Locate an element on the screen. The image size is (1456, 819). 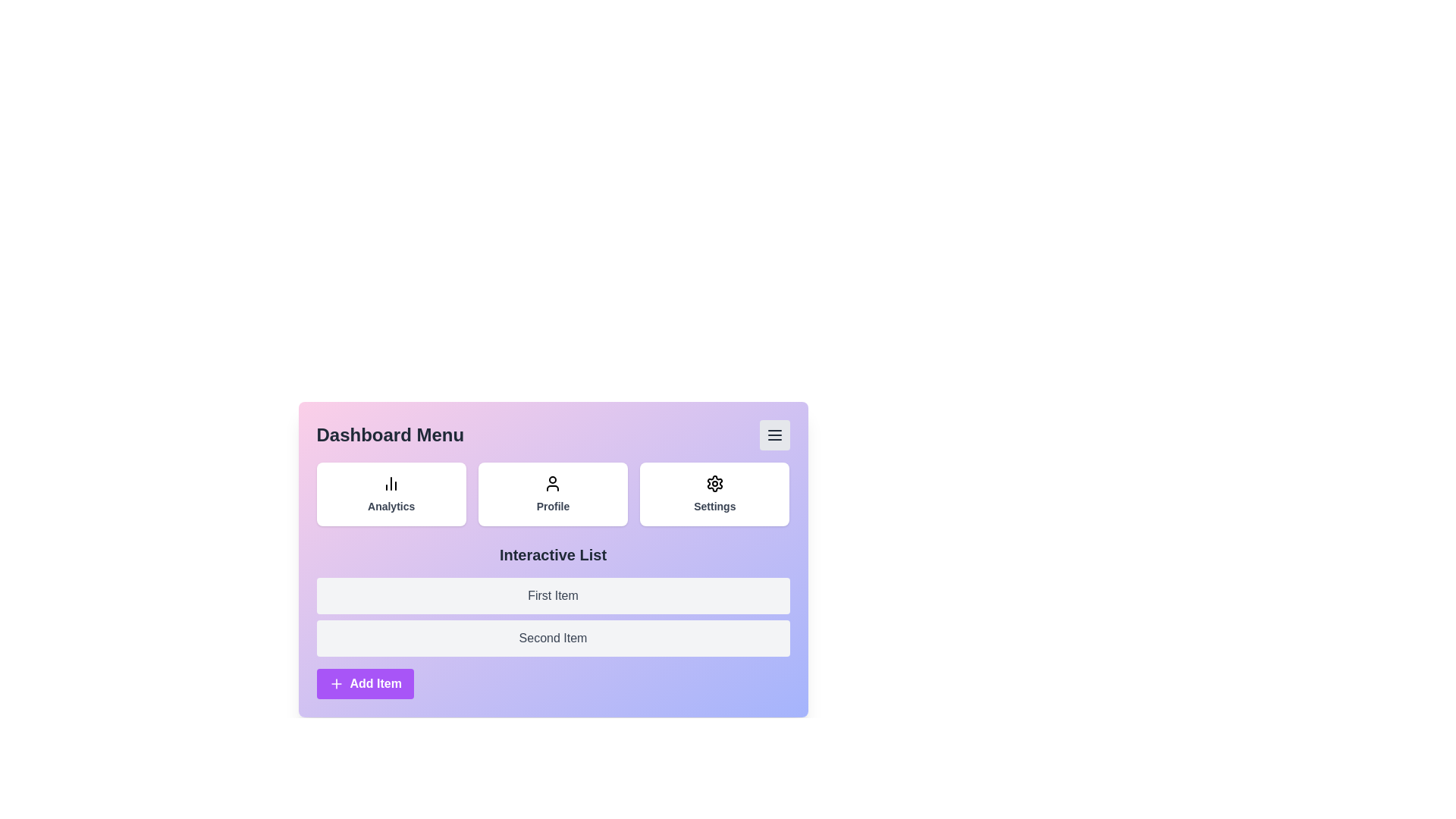
the Profile button is located at coordinates (552, 494).